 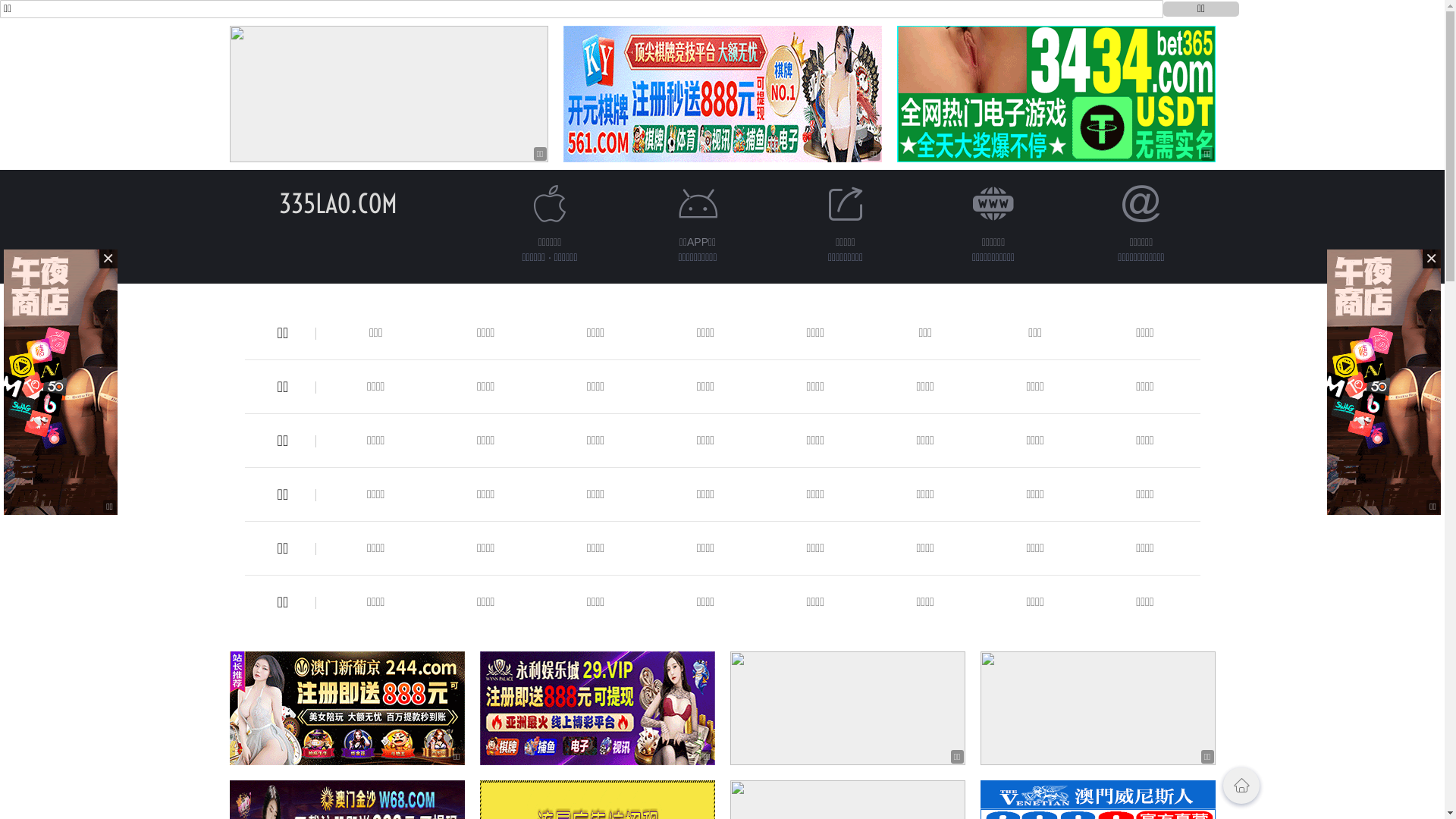 What do you see at coordinates (337, 202) in the screenshot?
I see `'335LAO.COM'` at bounding box center [337, 202].